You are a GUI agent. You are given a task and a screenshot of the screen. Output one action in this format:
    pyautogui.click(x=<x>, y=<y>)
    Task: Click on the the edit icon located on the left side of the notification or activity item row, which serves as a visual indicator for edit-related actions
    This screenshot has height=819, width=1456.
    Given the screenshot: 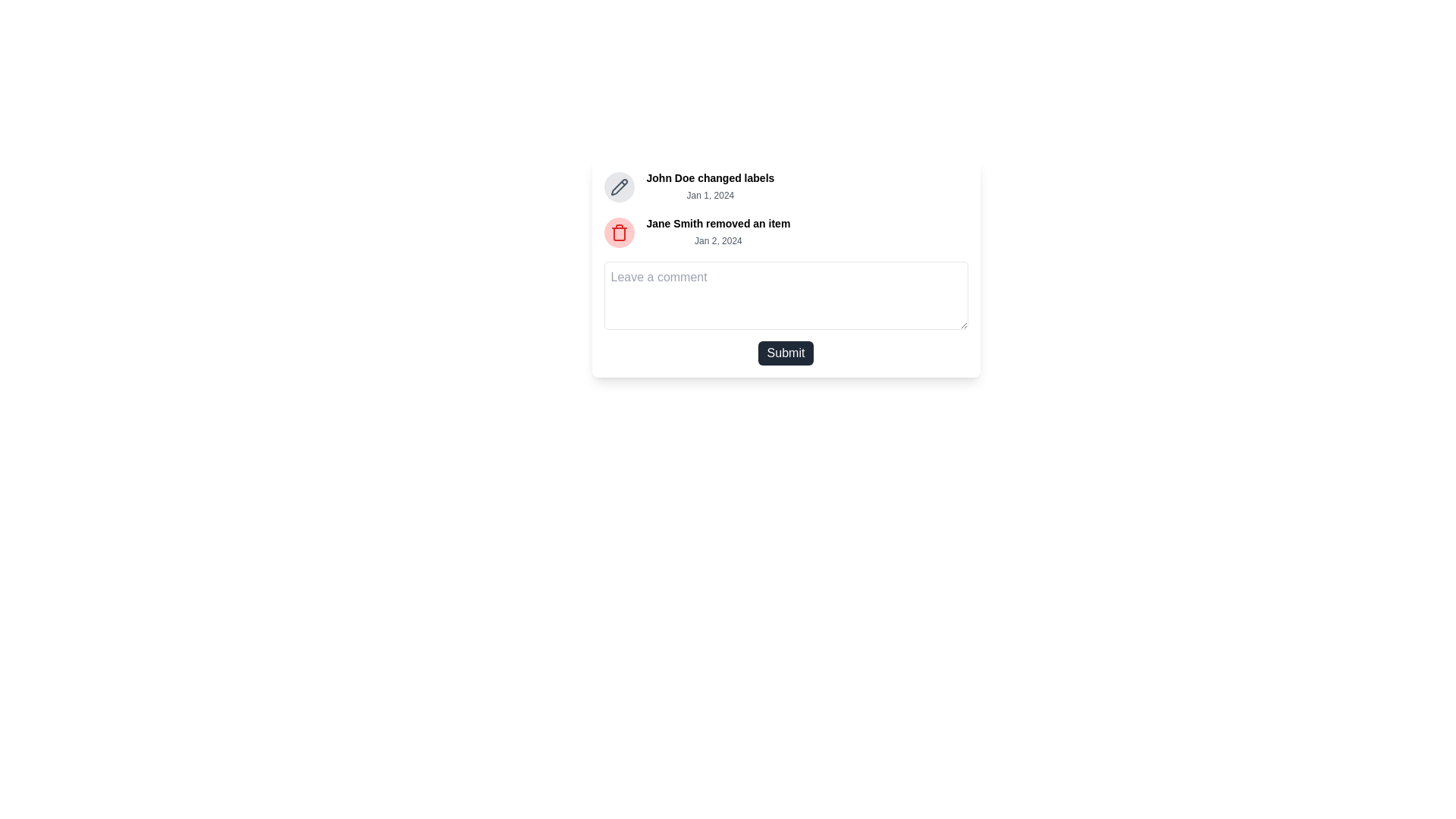 What is the action you would take?
    pyautogui.click(x=619, y=186)
    